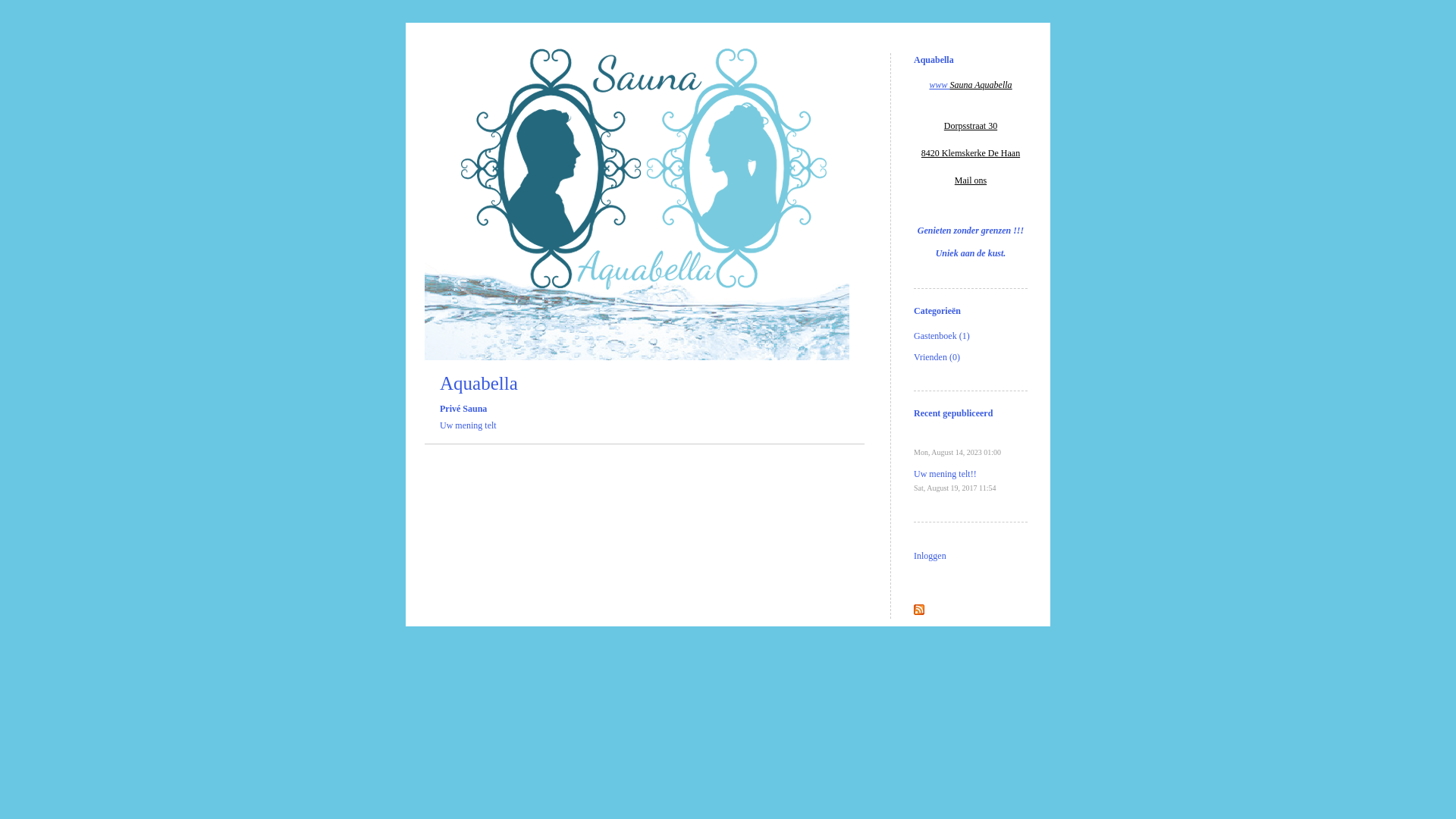 Image resolution: width=1456 pixels, height=819 pixels. What do you see at coordinates (941, 335) in the screenshot?
I see `'Gastenboek (1)'` at bounding box center [941, 335].